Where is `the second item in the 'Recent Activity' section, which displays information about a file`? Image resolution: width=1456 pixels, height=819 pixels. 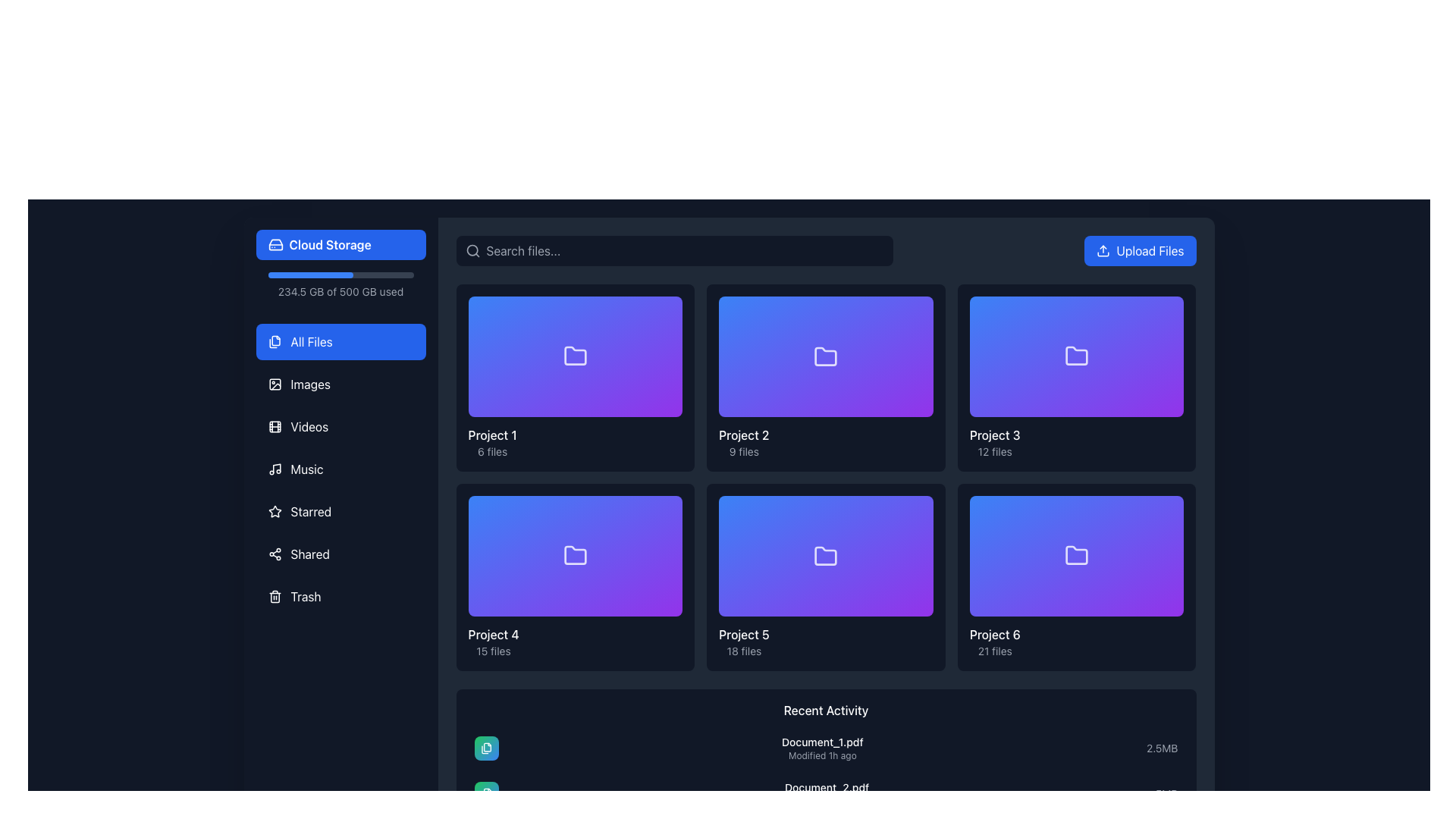
the second item in the 'Recent Activity' section, which displays information about a file is located at coordinates (825, 792).